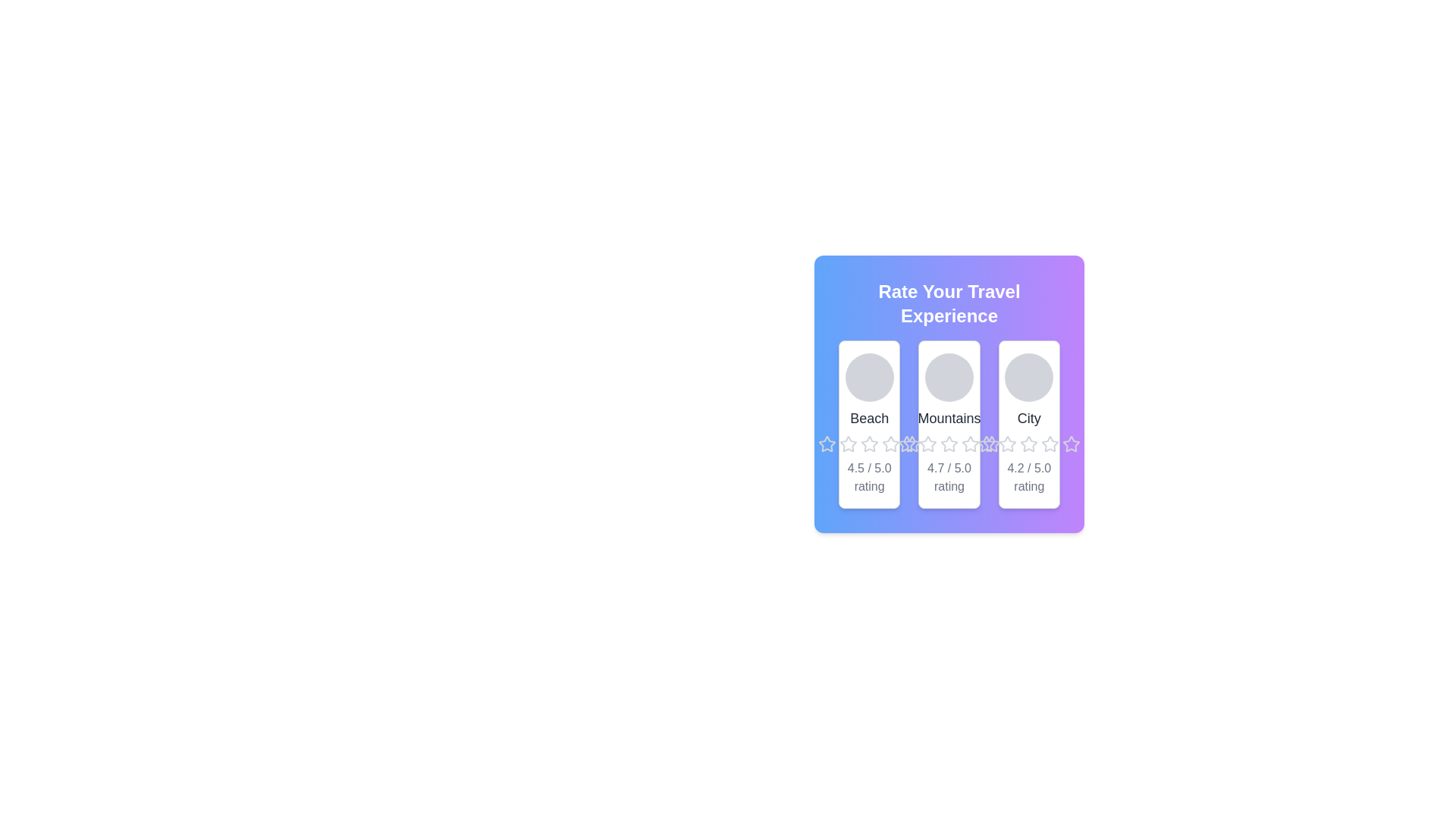 This screenshot has height=819, width=1456. I want to click on the second star in the five-star rating section, so click(987, 444).